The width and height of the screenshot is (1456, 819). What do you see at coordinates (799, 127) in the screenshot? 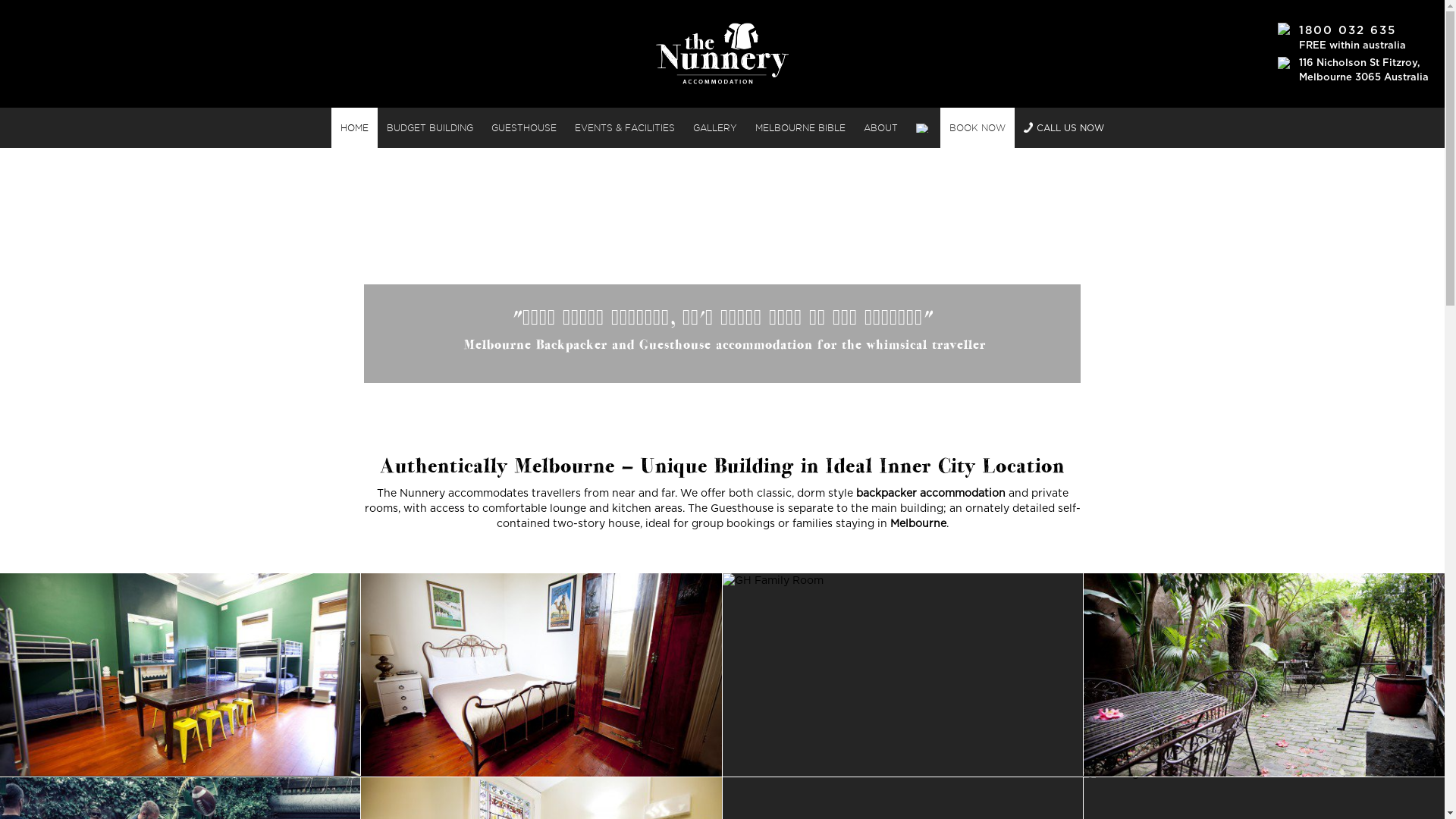
I see `'MELBOURNE BIBLE'` at bounding box center [799, 127].